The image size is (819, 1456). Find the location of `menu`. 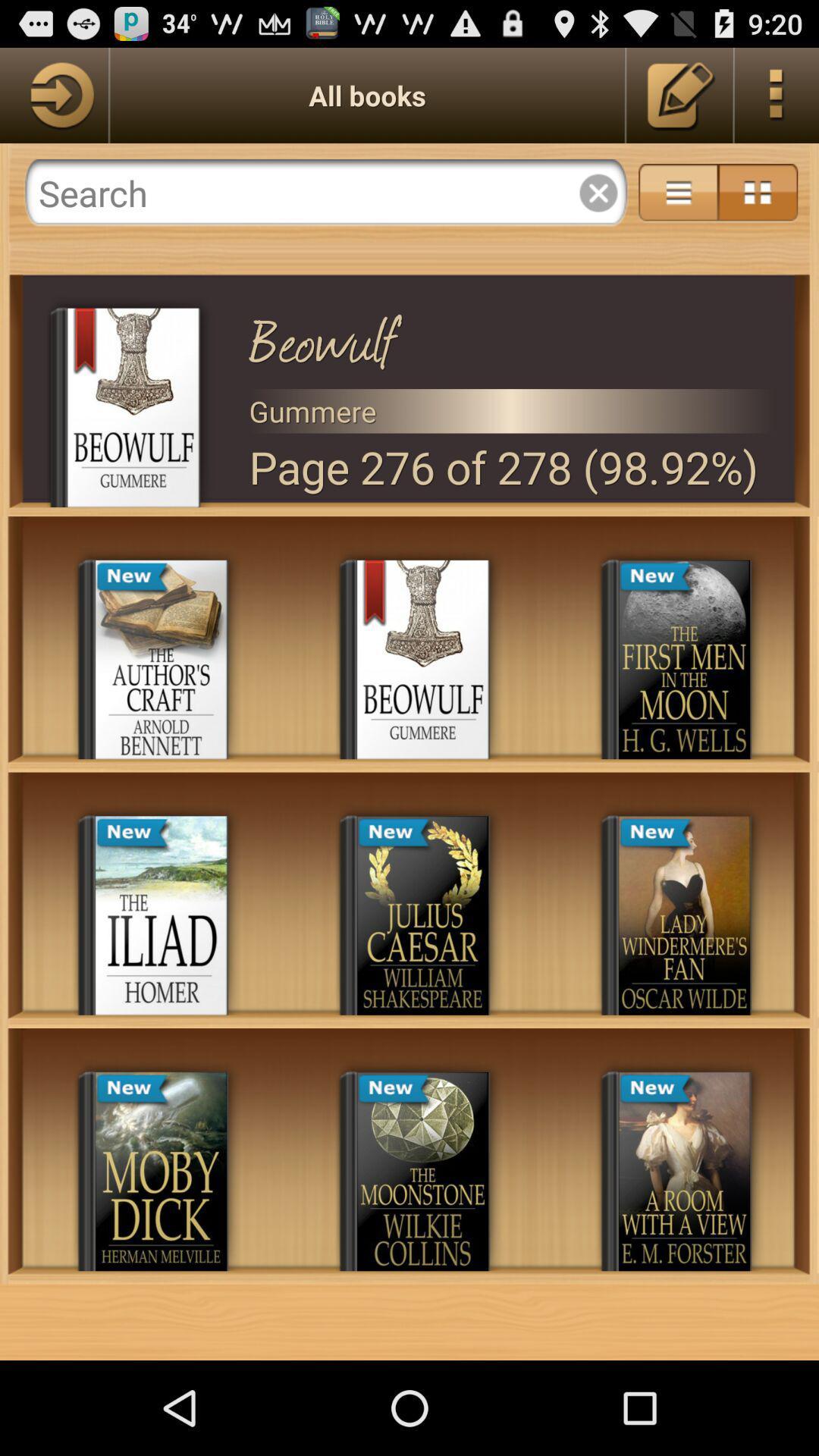

menu is located at coordinates (777, 94).